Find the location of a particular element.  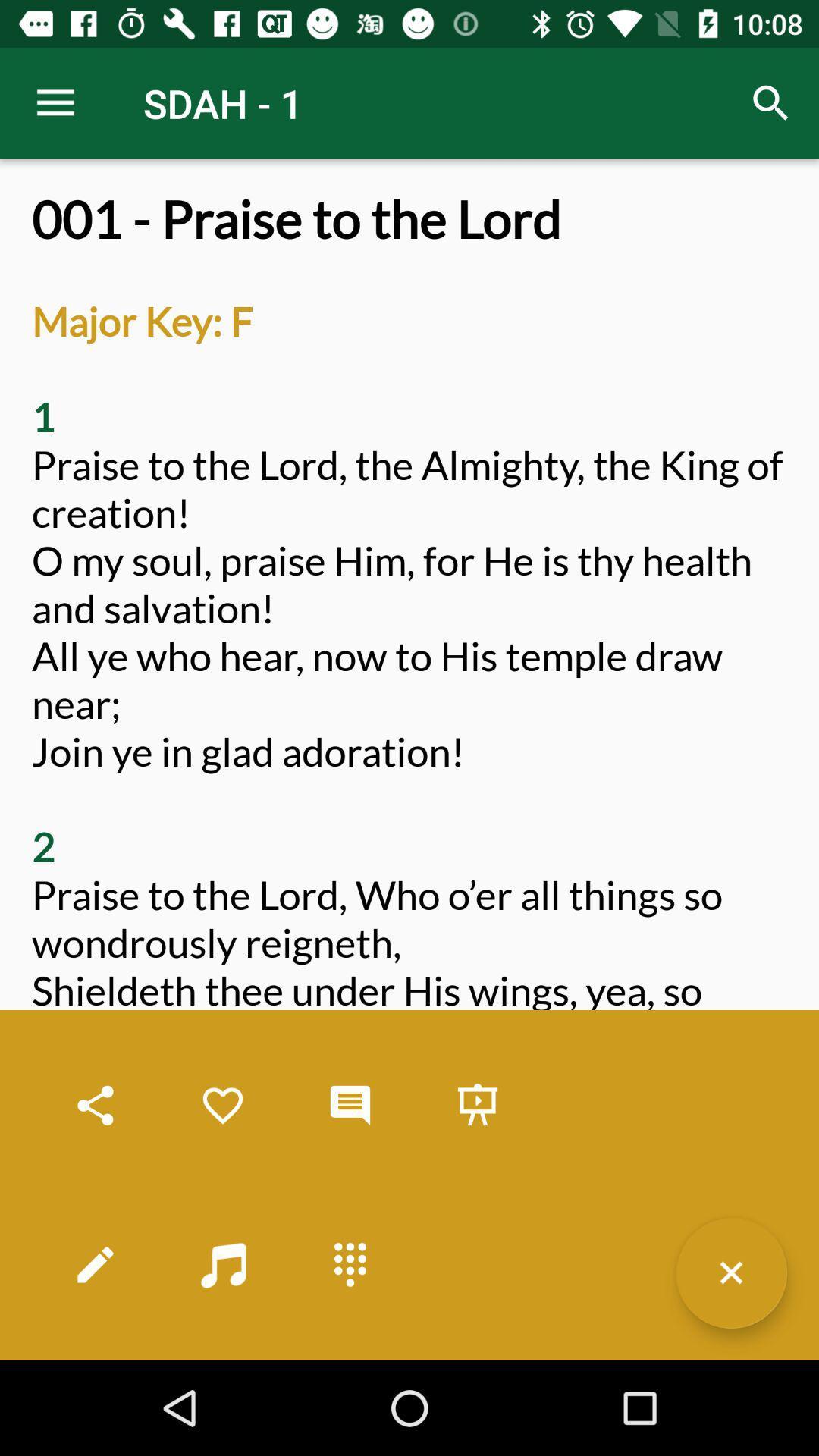

item at the bottom right corner is located at coordinates (730, 1272).